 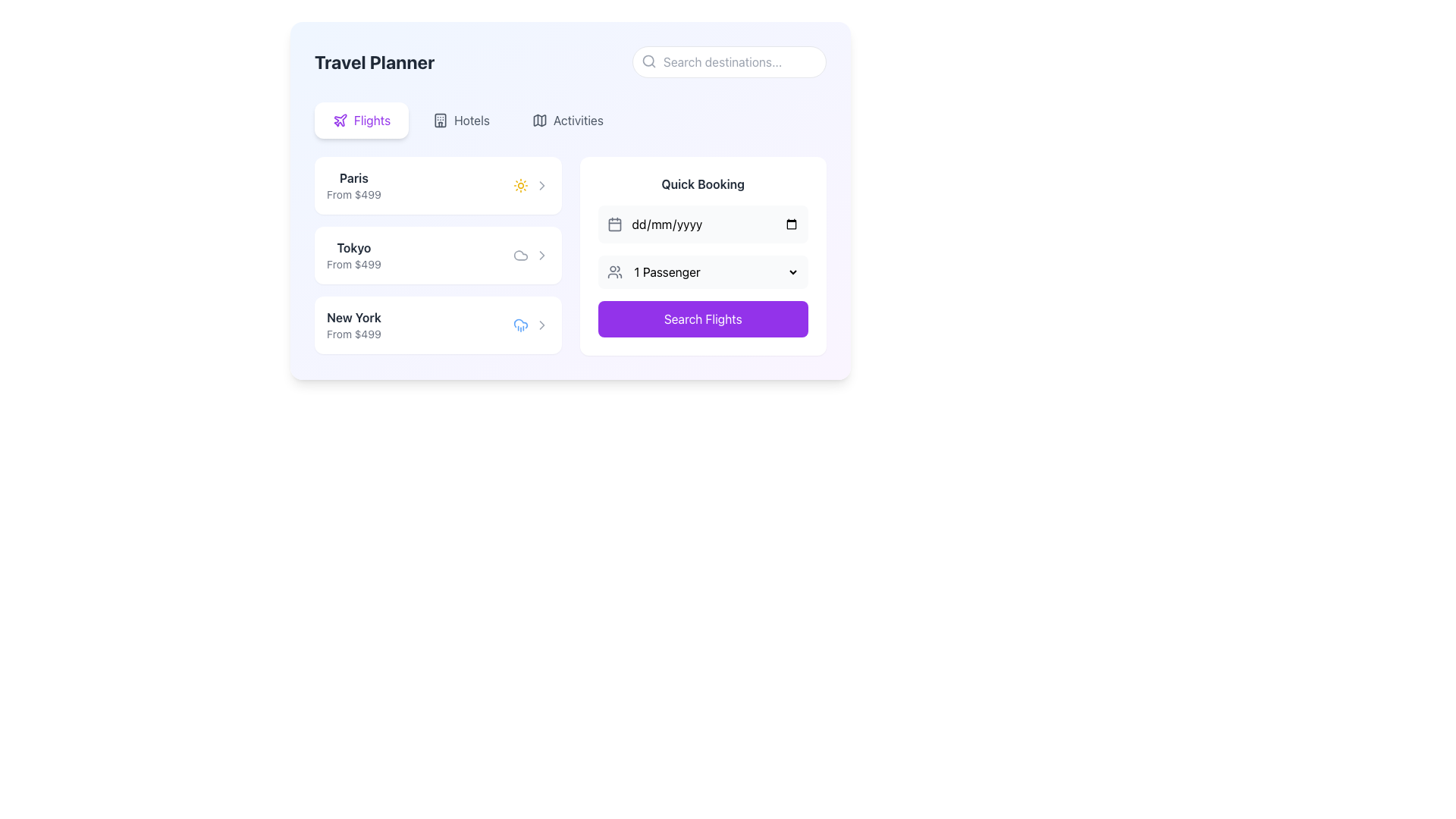 What do you see at coordinates (353, 194) in the screenshot?
I see `starting price text displayed below the 'Paris' heading in the travel planner section` at bounding box center [353, 194].